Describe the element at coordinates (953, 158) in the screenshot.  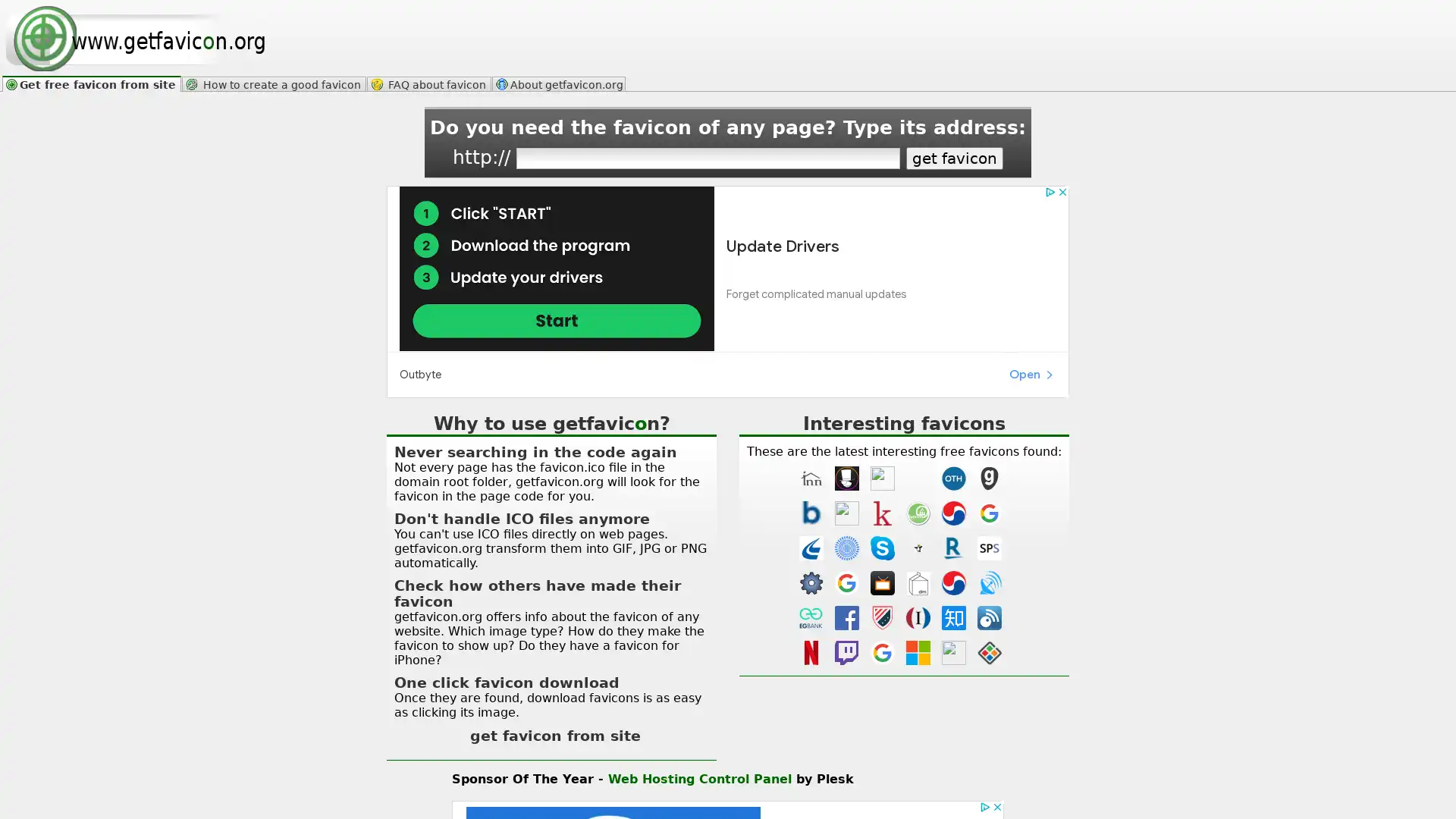
I see `get favicon` at that location.